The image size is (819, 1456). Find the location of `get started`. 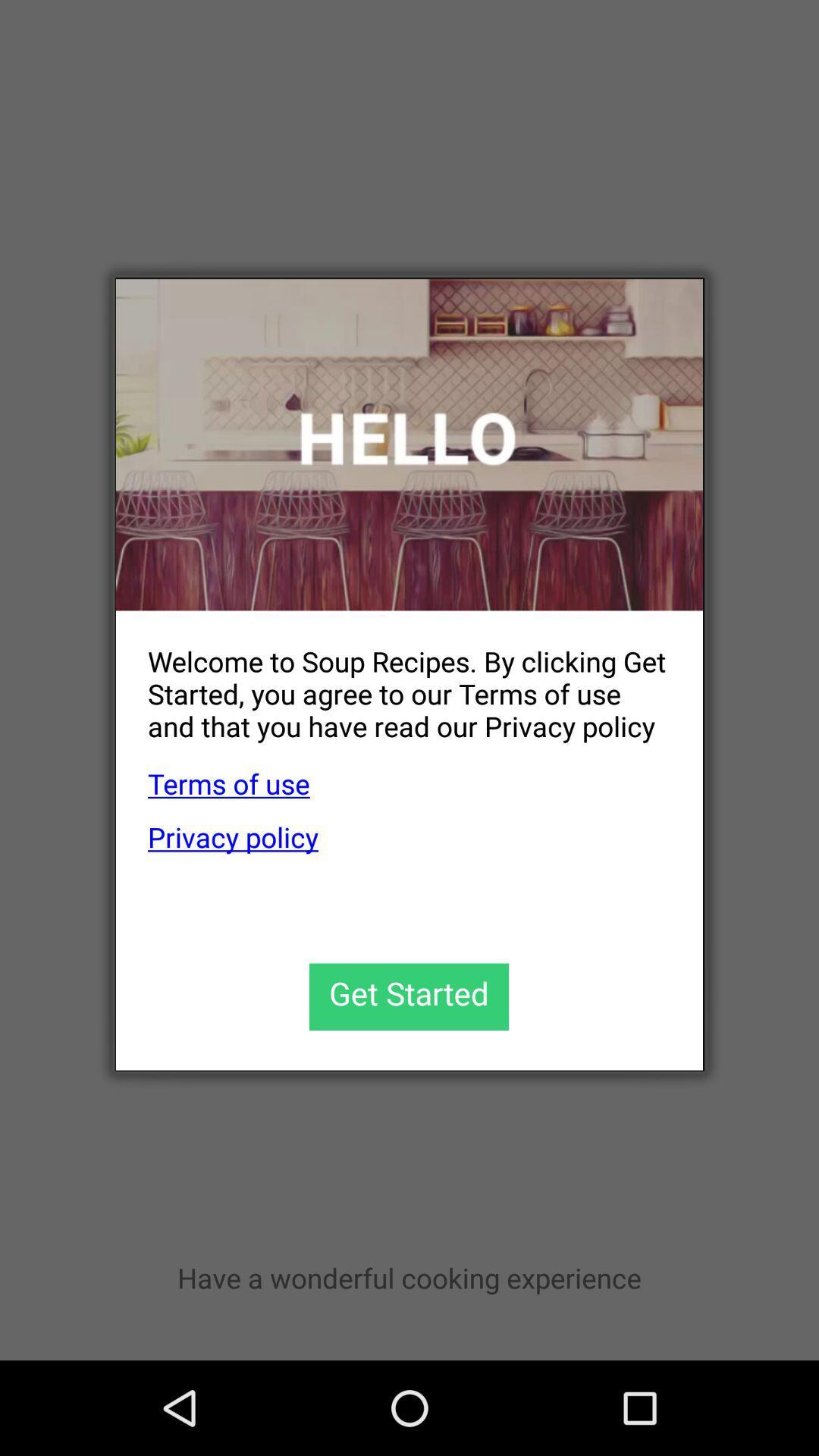

get started is located at coordinates (408, 996).